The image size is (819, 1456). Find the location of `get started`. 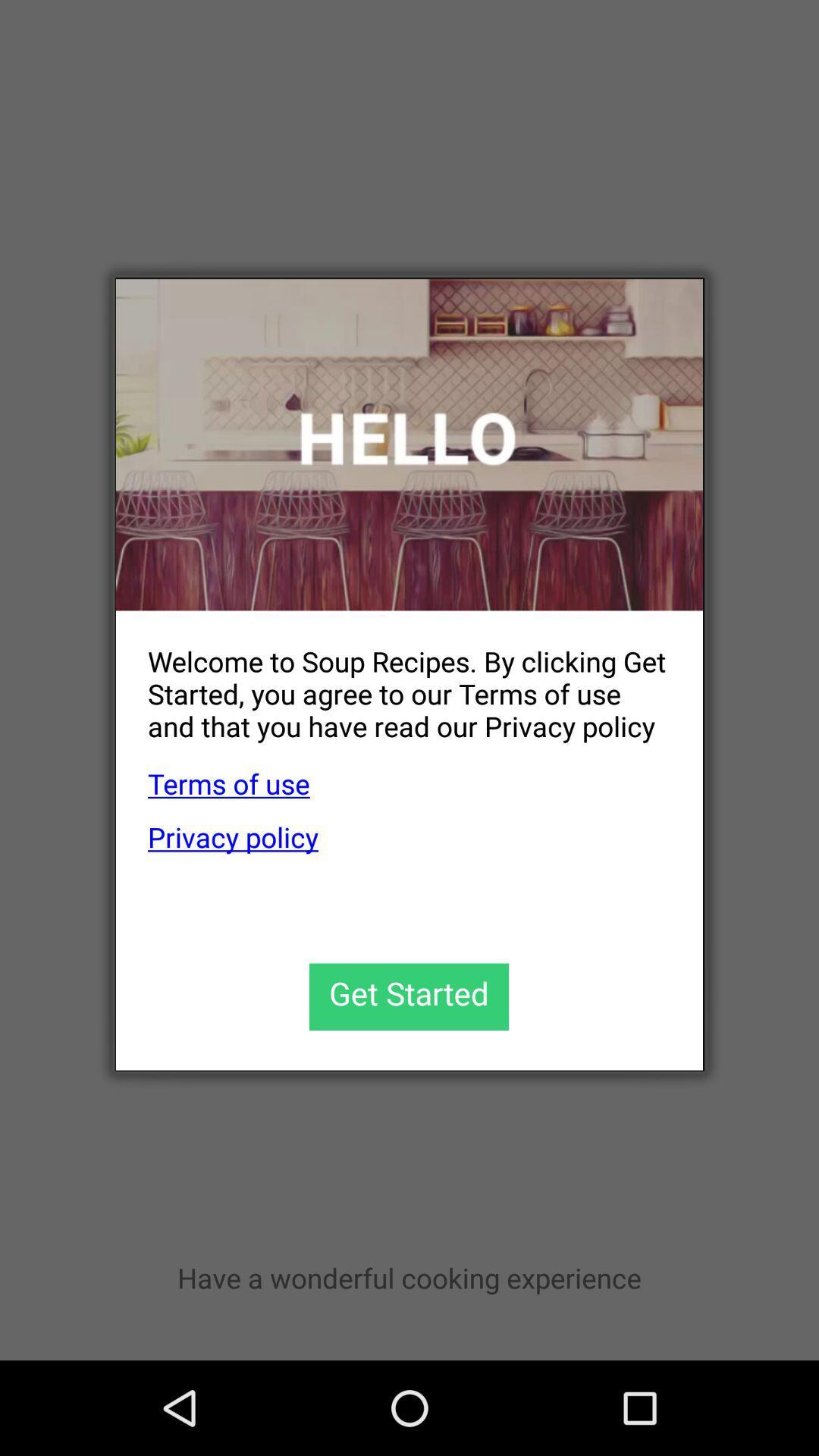

get started is located at coordinates (408, 996).